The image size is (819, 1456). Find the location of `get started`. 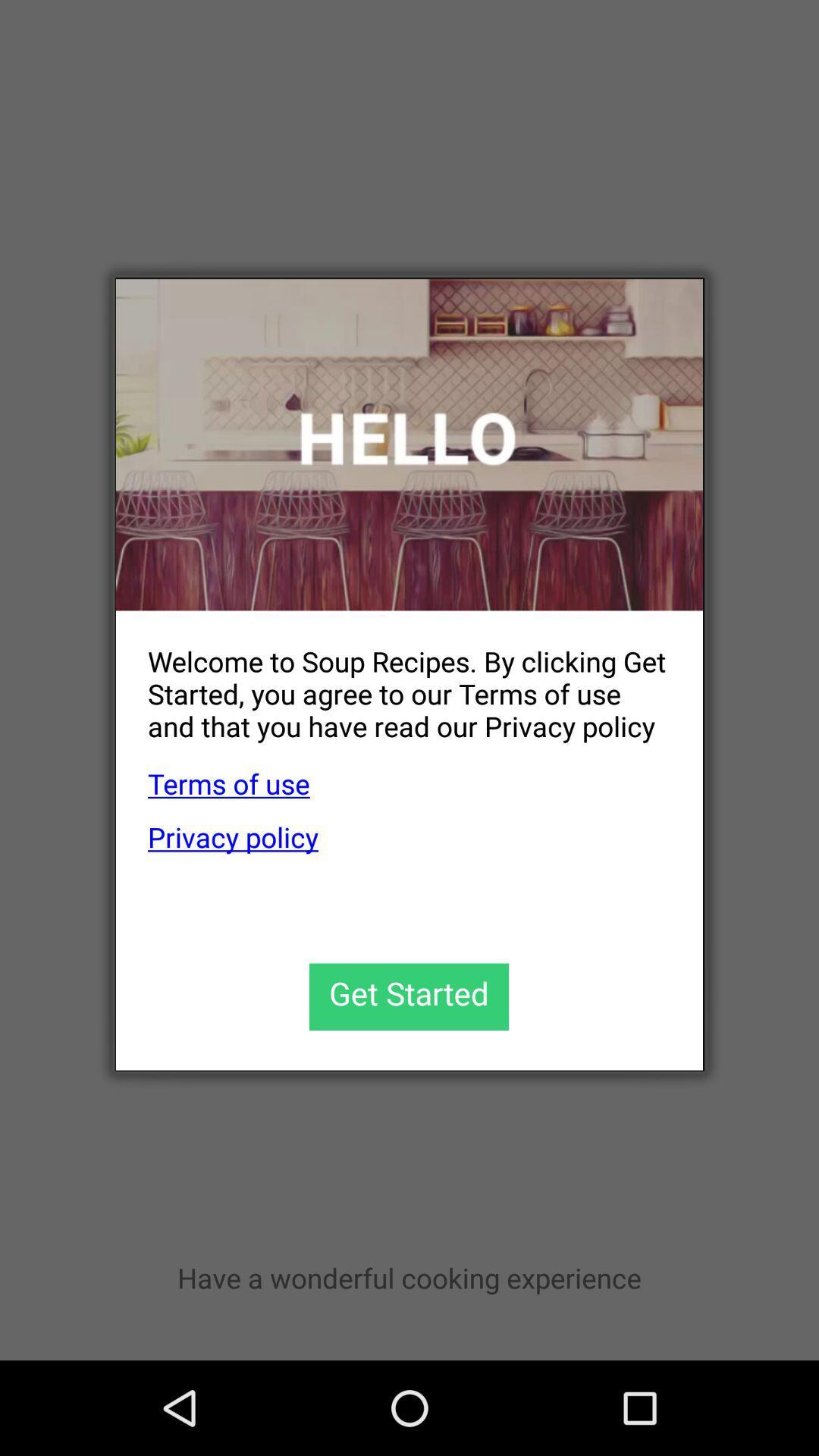

get started is located at coordinates (408, 996).